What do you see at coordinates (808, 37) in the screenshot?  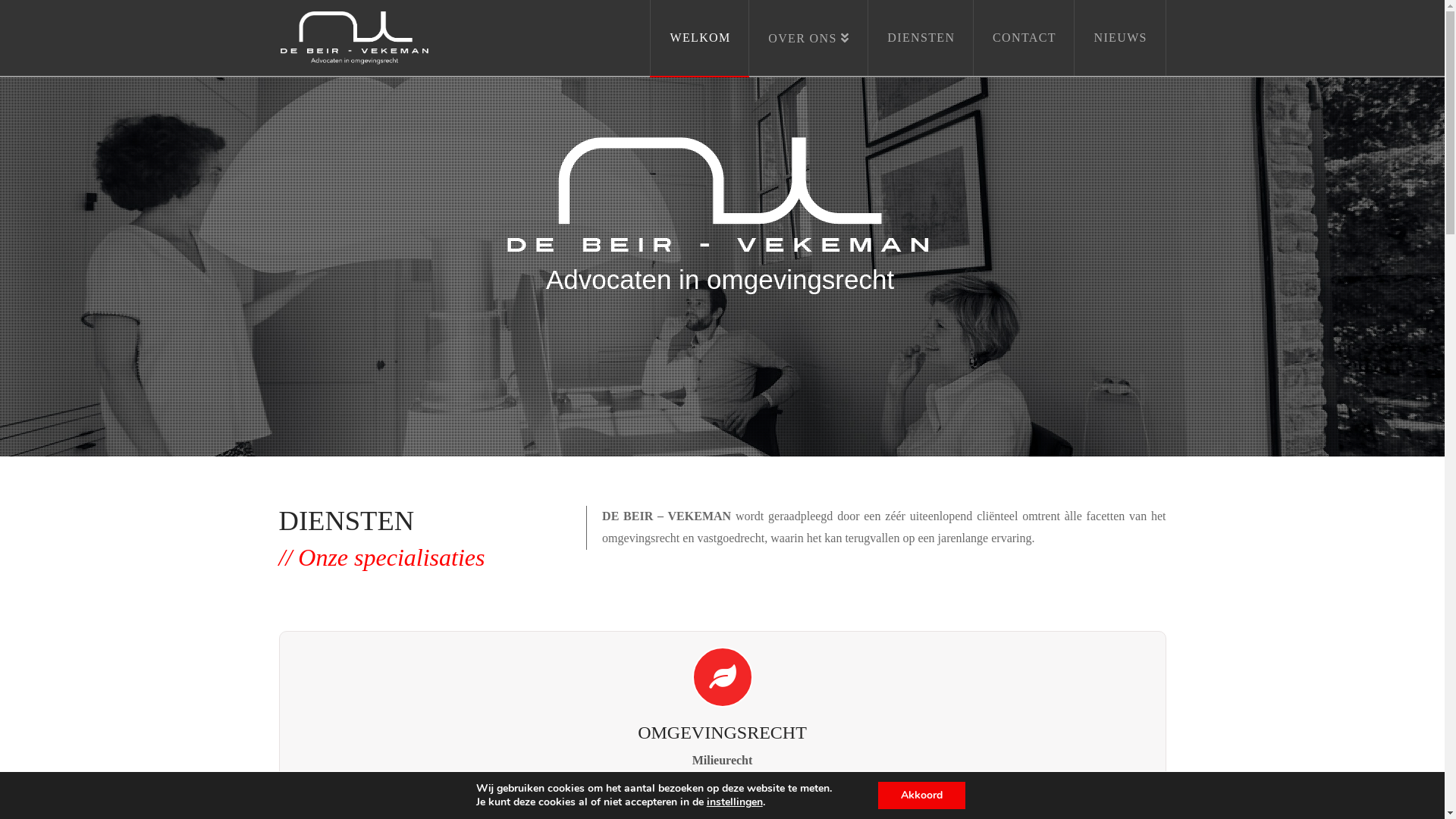 I see `'OVER ONS'` at bounding box center [808, 37].